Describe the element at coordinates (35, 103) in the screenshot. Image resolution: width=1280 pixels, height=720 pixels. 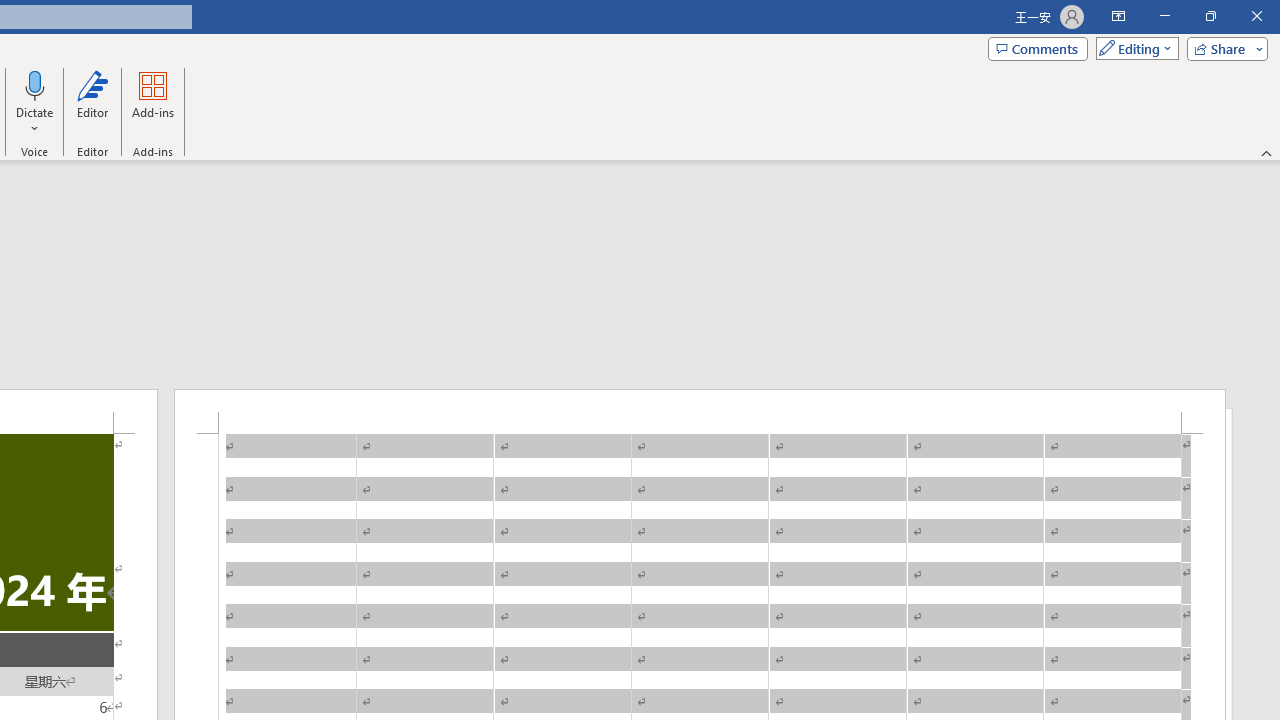
I see `'Dictate'` at that location.